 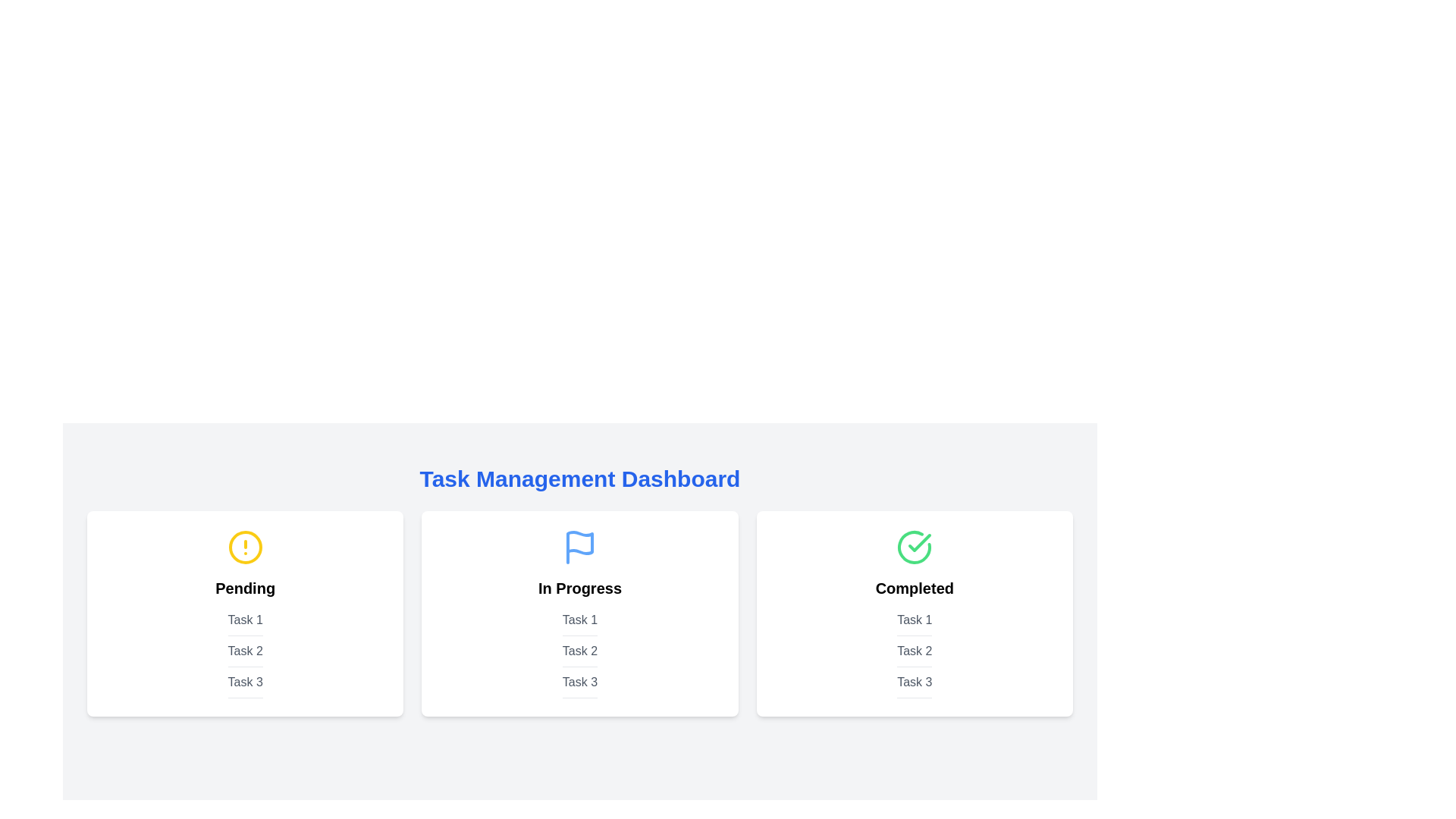 I want to click on the first card-like component with a white background and a yellow alert icon at the top, which displays the bold text 'Pending' and a list of tasks, so click(x=245, y=613).